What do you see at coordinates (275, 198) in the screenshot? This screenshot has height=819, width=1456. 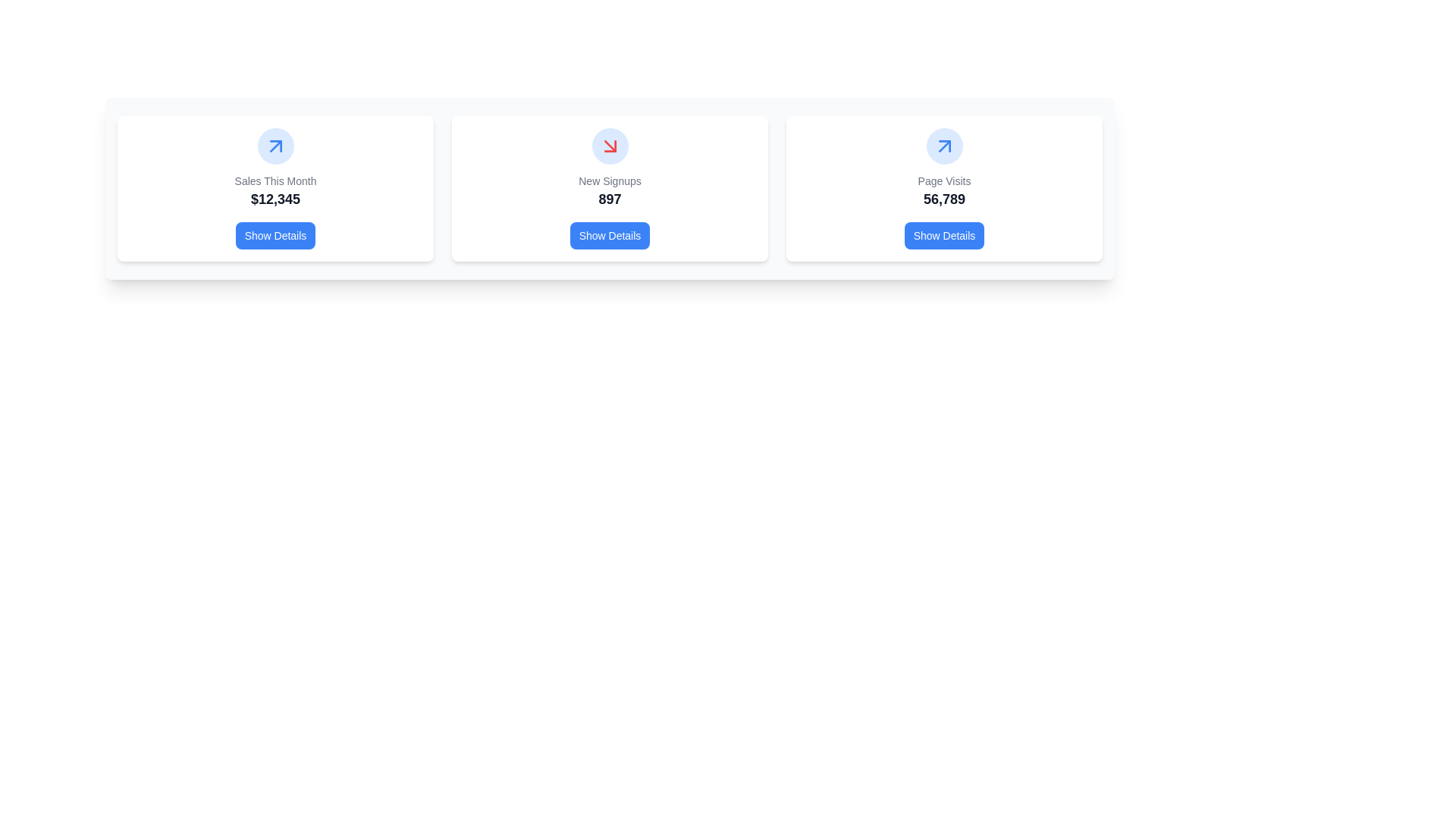 I see `displayed value of the text element showing the bold number '$12,345' in dark gray color, which is centrally aligned below 'Sales This Month' and above 'Show Details'` at bounding box center [275, 198].